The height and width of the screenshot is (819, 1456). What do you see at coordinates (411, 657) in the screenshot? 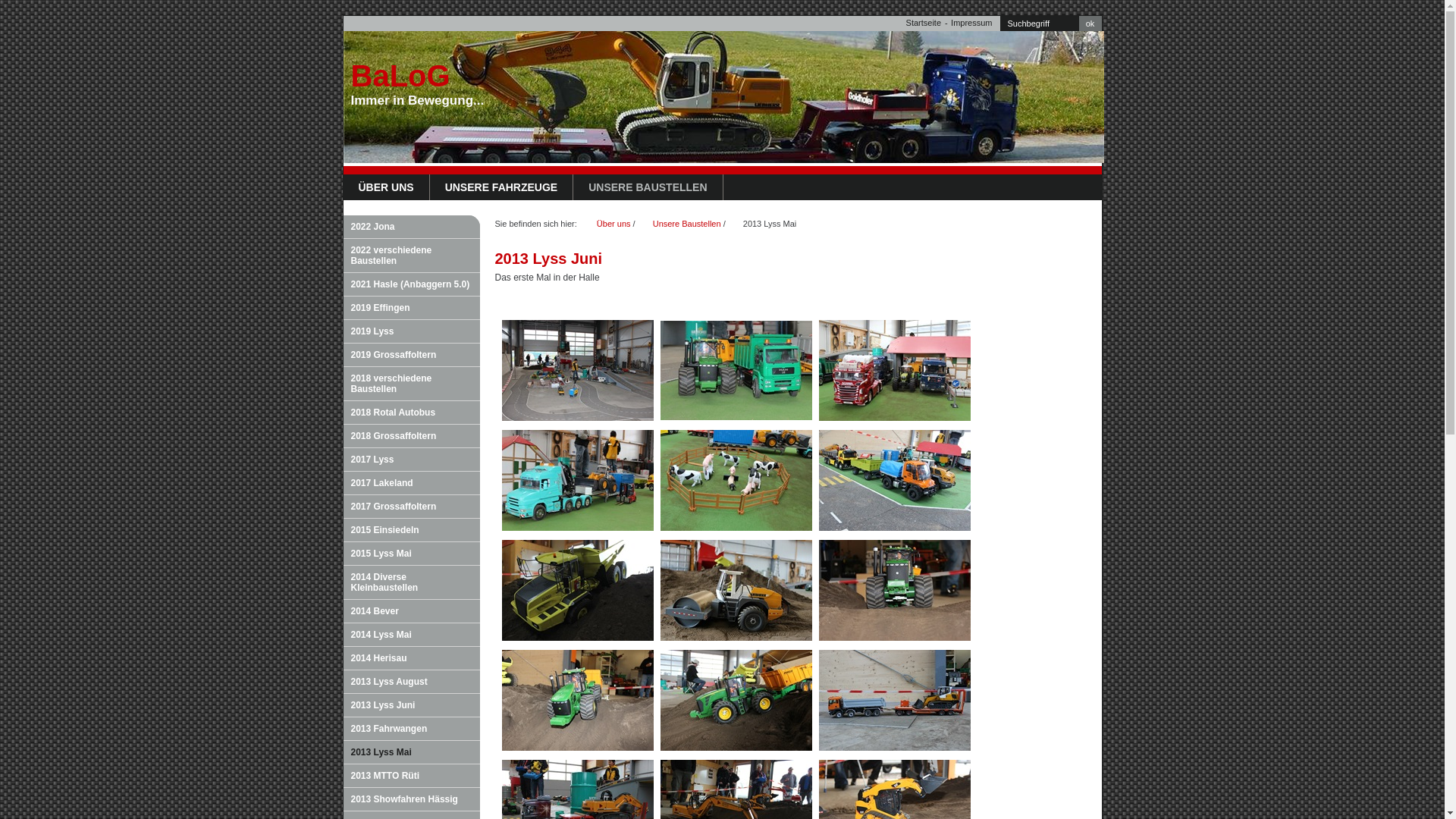
I see `'2014 Herisau'` at bounding box center [411, 657].